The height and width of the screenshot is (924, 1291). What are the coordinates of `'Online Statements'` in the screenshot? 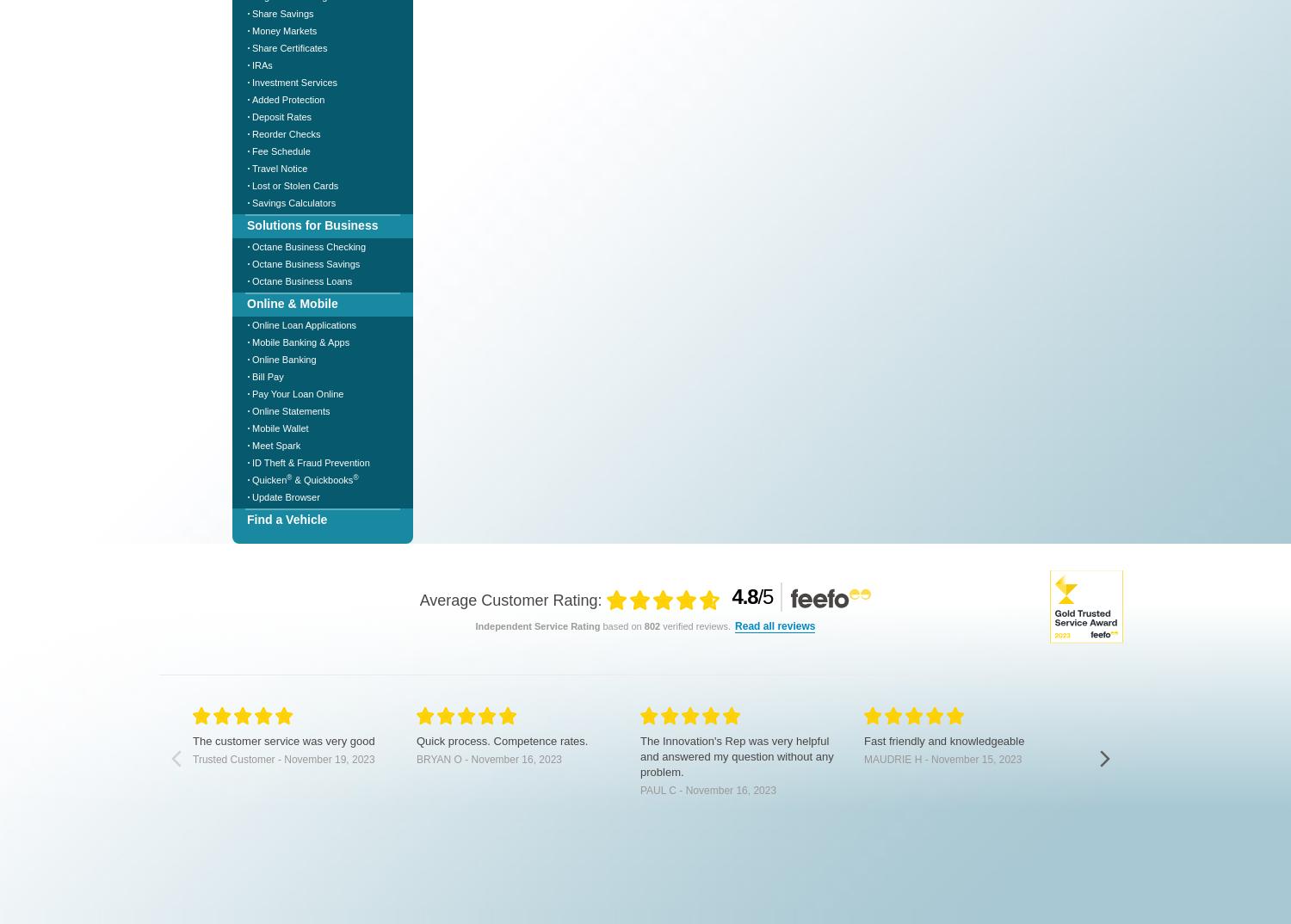 It's located at (289, 409).